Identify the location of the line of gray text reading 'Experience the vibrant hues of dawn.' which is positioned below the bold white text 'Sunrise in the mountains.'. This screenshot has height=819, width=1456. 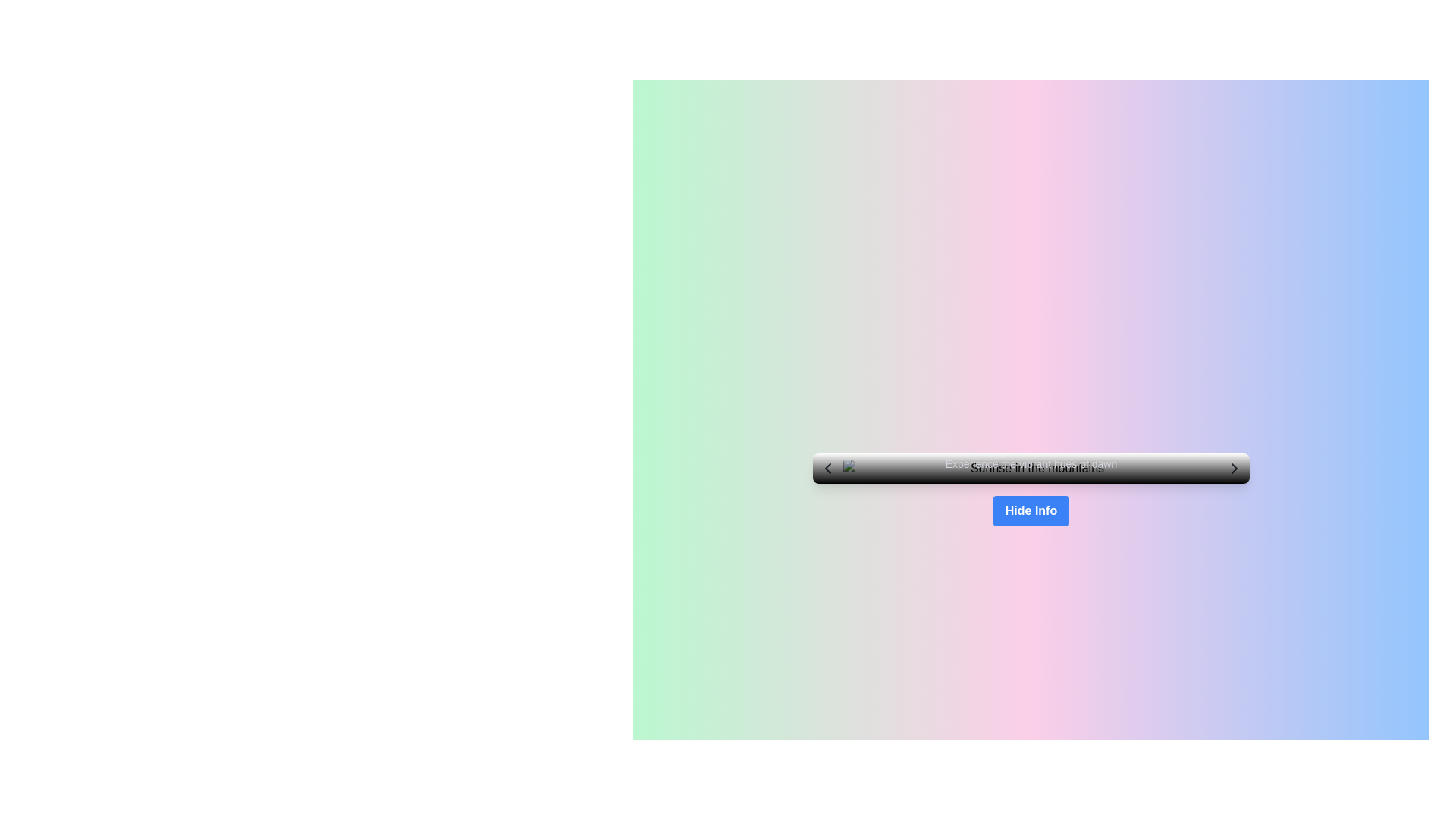
(1031, 463).